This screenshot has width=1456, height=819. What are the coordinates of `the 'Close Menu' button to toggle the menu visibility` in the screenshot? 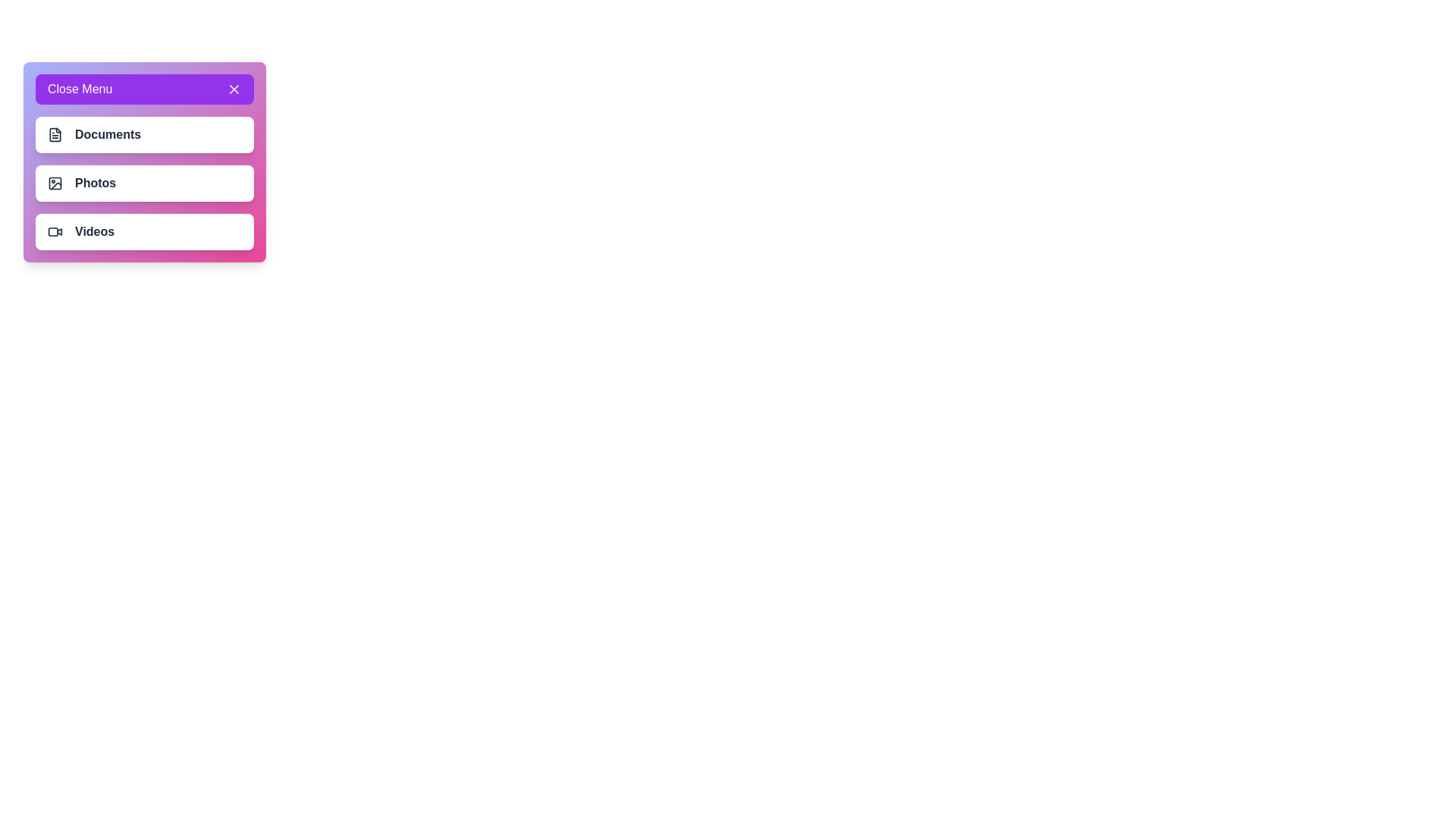 It's located at (145, 89).